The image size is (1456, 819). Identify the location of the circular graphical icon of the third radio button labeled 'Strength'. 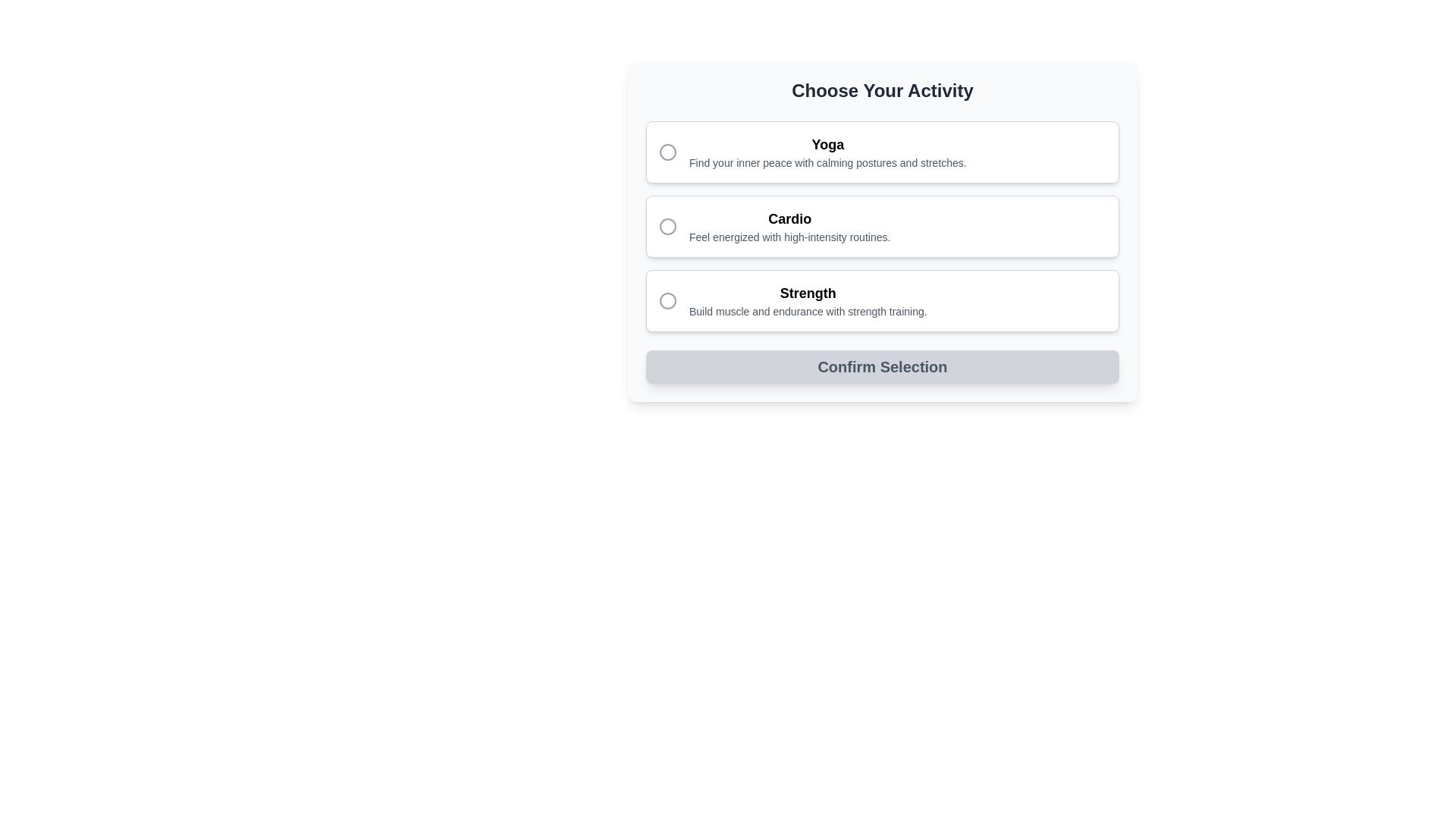
(667, 301).